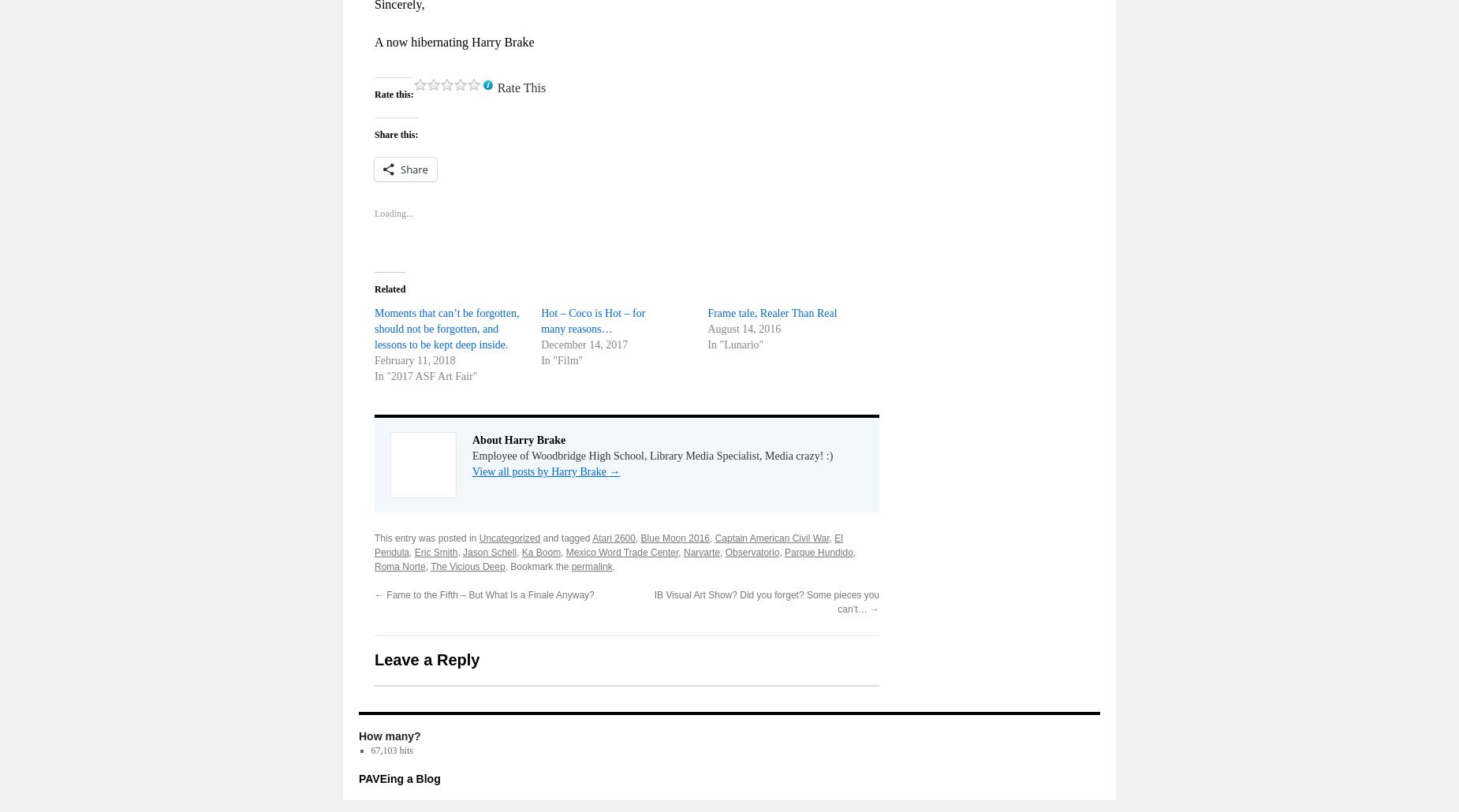  What do you see at coordinates (751, 551) in the screenshot?
I see `'Observatorio'` at bounding box center [751, 551].